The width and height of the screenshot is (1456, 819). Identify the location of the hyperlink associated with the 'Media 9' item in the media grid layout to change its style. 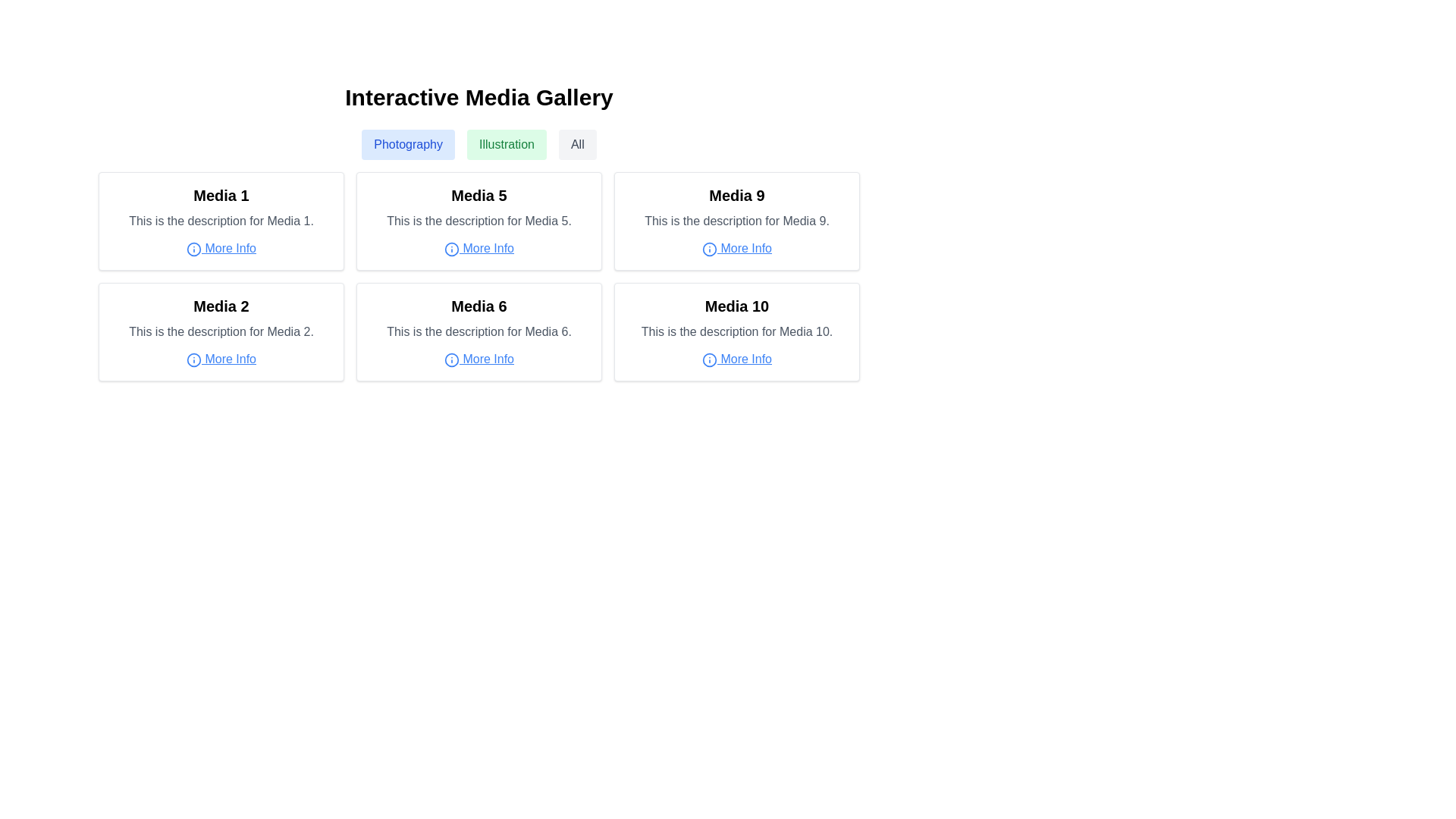
(736, 247).